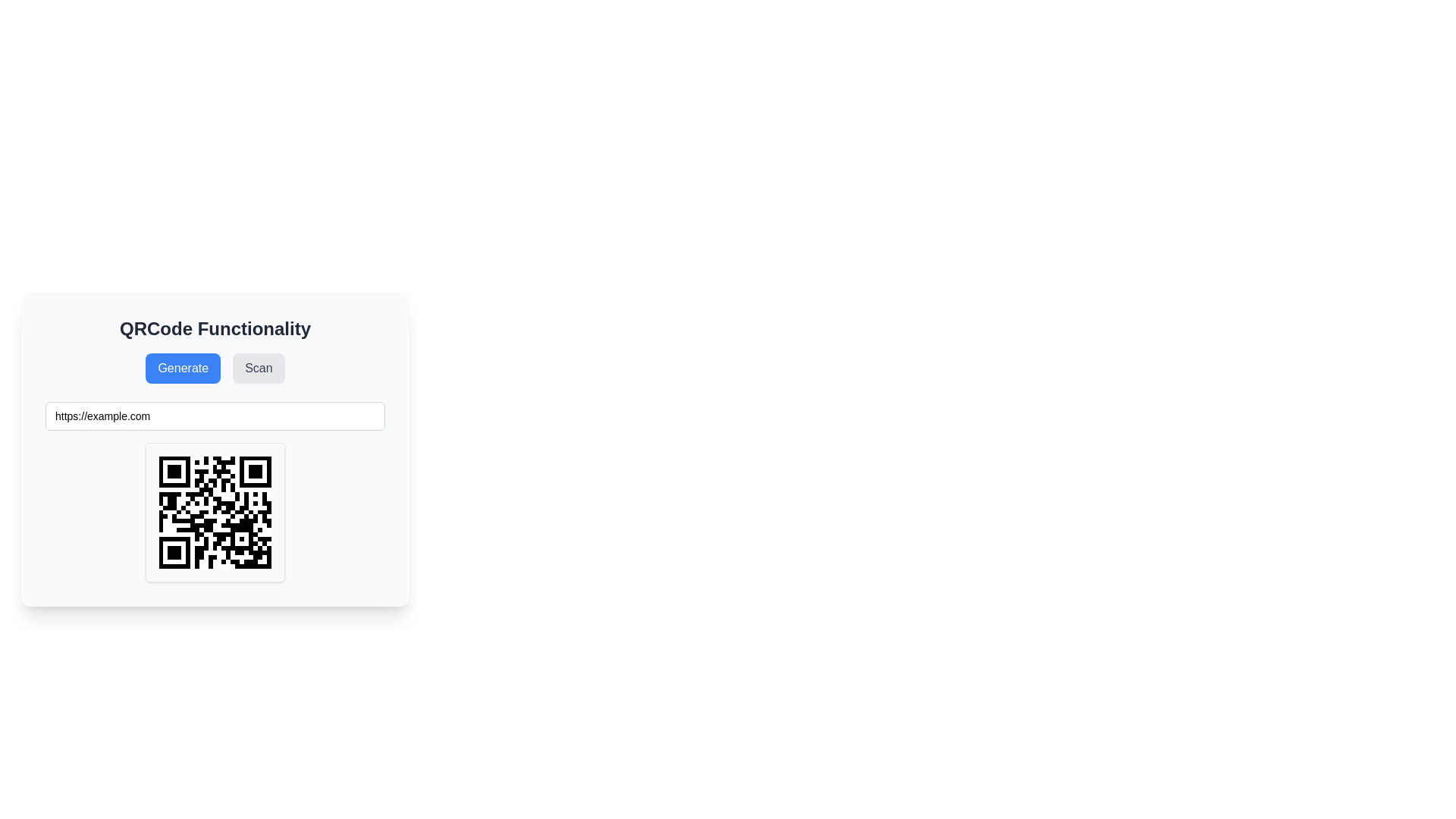 This screenshot has width=1456, height=819. What do you see at coordinates (259, 369) in the screenshot?
I see `the 'Scan' button, which is a rectangular button with rounded corners, gray background, and dark gray text, located on the right side of the button group below the title 'QRCode Functionality'` at bounding box center [259, 369].